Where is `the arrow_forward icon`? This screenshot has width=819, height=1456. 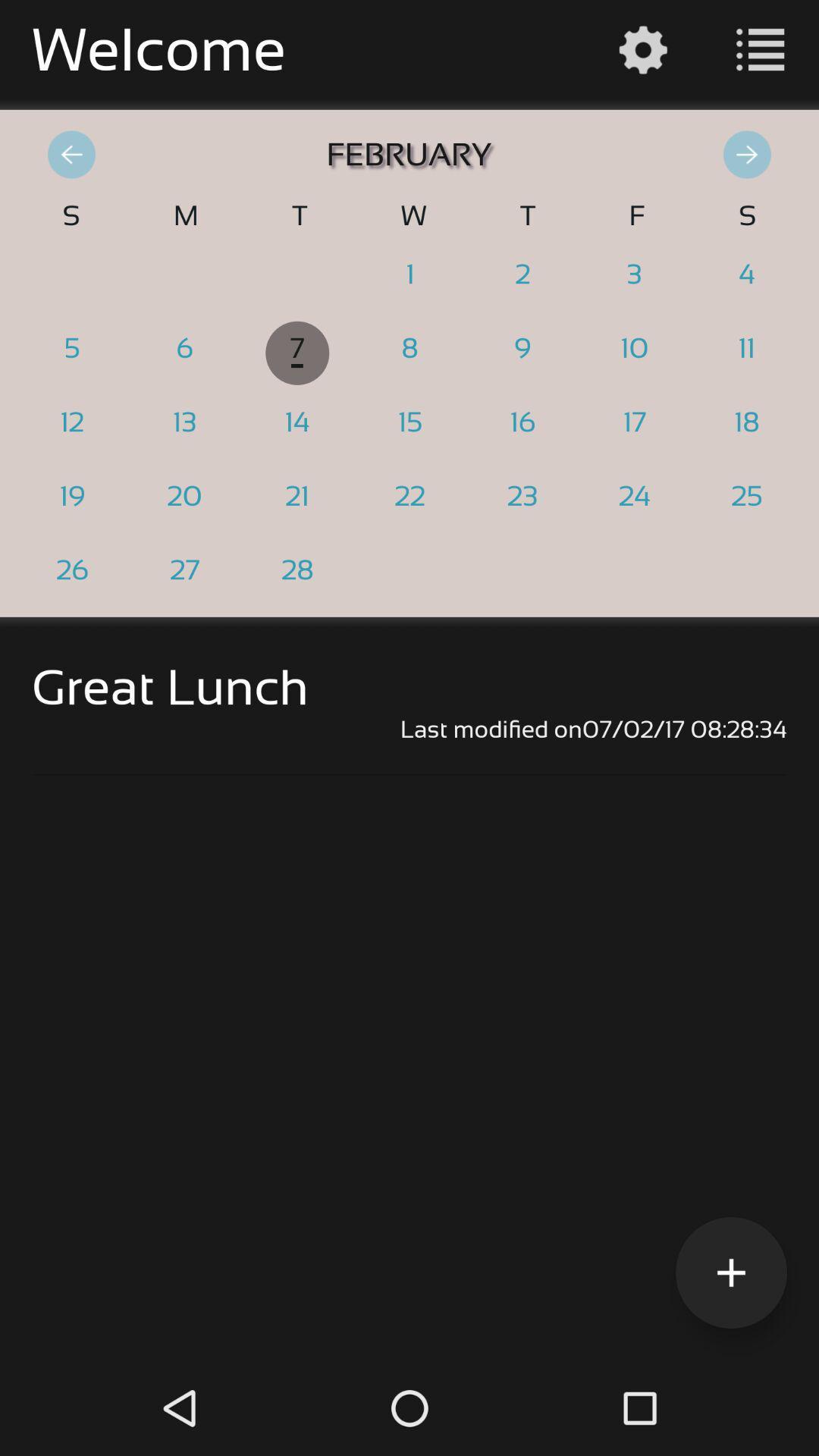 the arrow_forward icon is located at coordinates (755, 155).